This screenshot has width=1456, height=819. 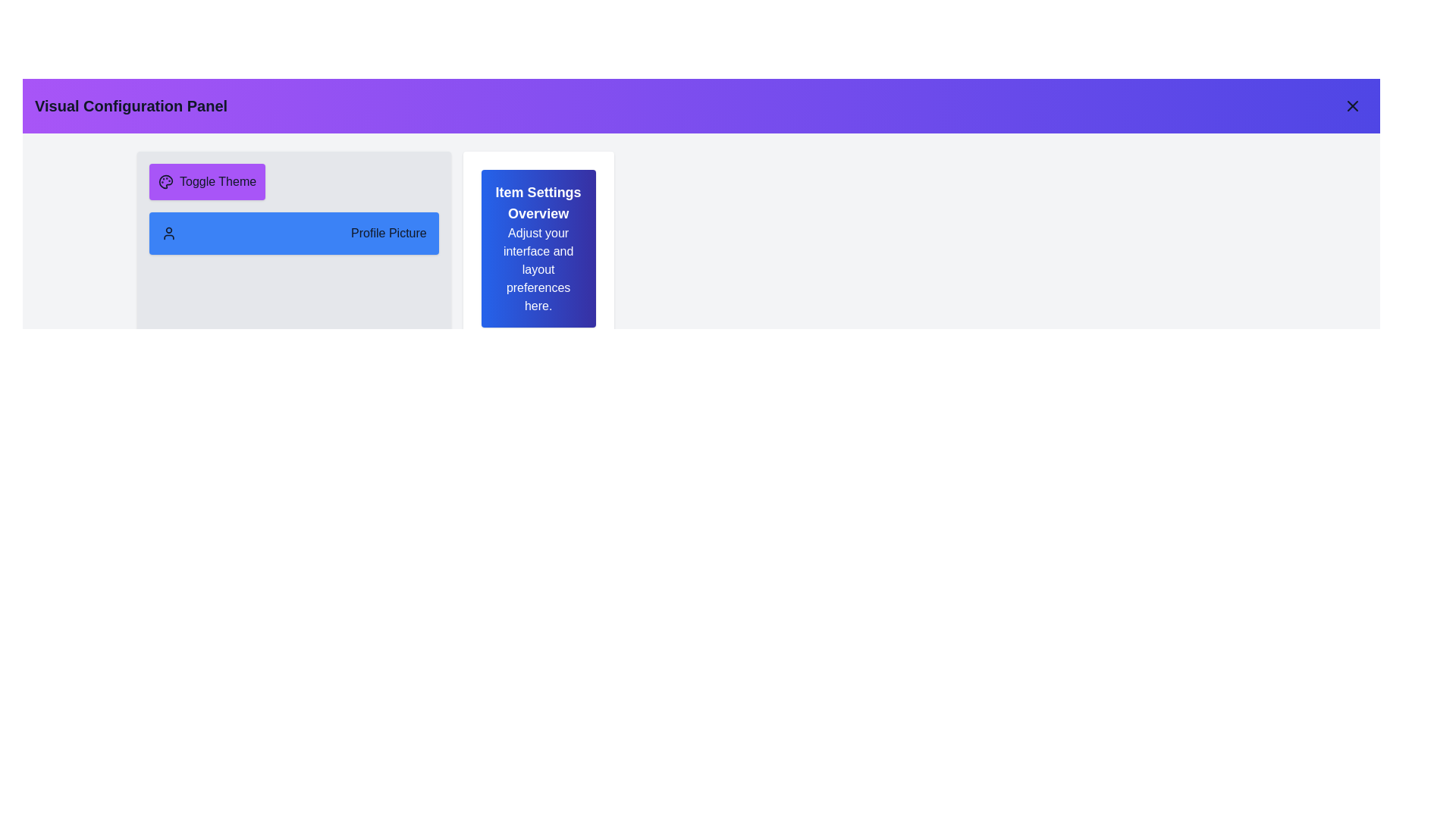 What do you see at coordinates (166, 180) in the screenshot?
I see `the theme toggling icon located inside the 'Toggle Theme' button, positioned to the left of the text label` at bounding box center [166, 180].